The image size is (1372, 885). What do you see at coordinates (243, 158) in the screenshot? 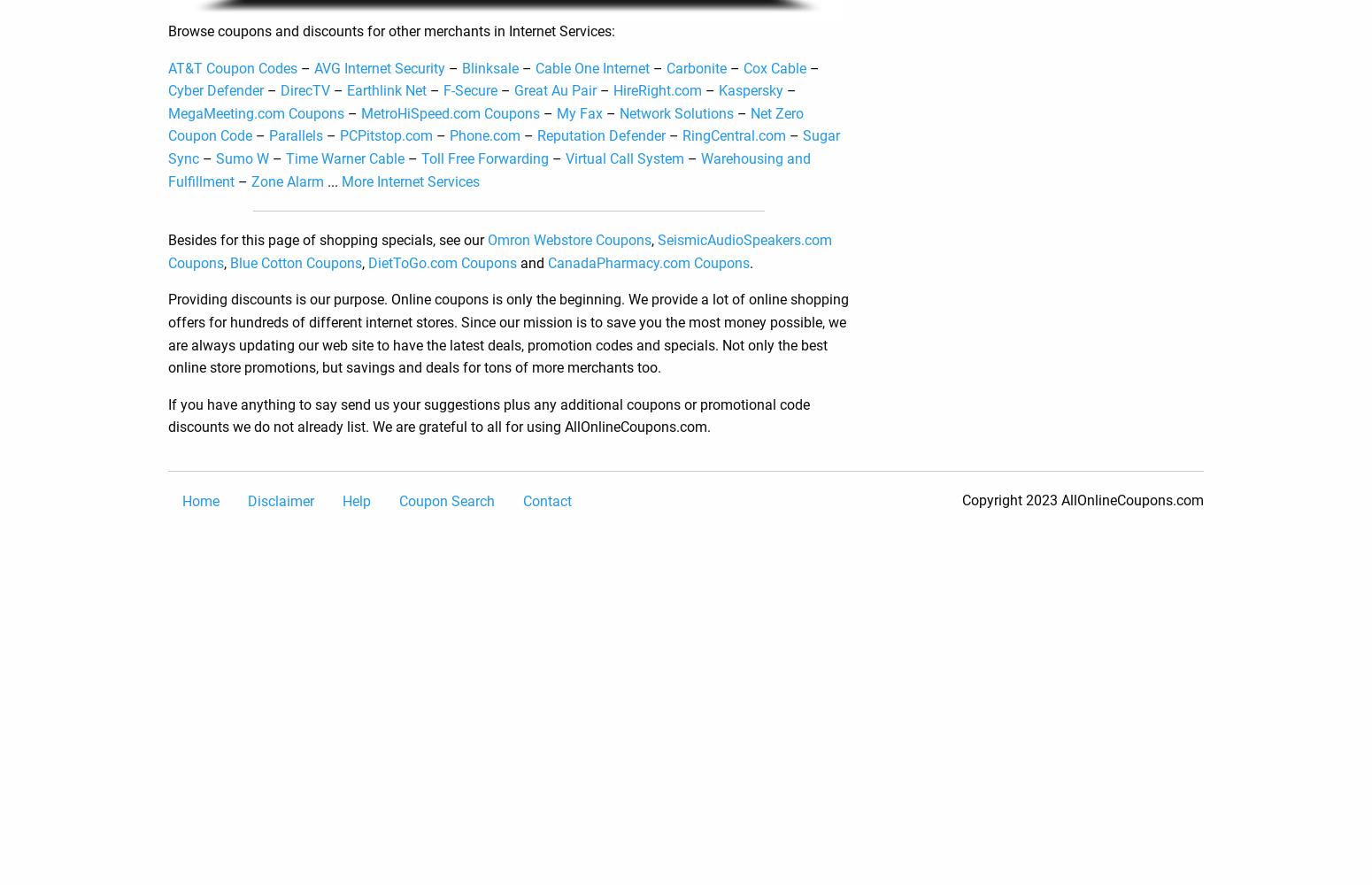
I see `'Sumo W'` at bounding box center [243, 158].